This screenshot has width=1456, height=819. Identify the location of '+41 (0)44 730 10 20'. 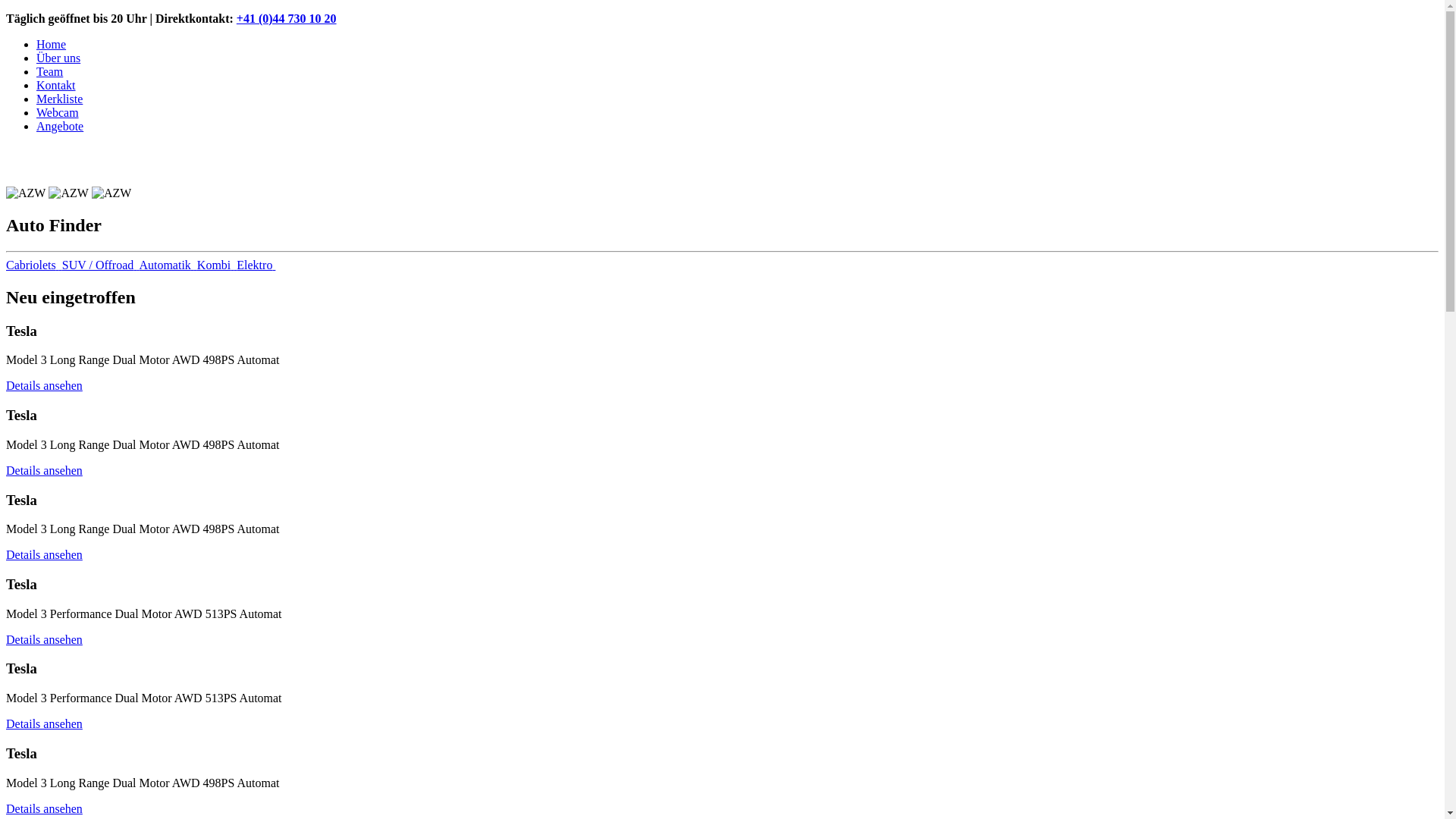
(287, 18).